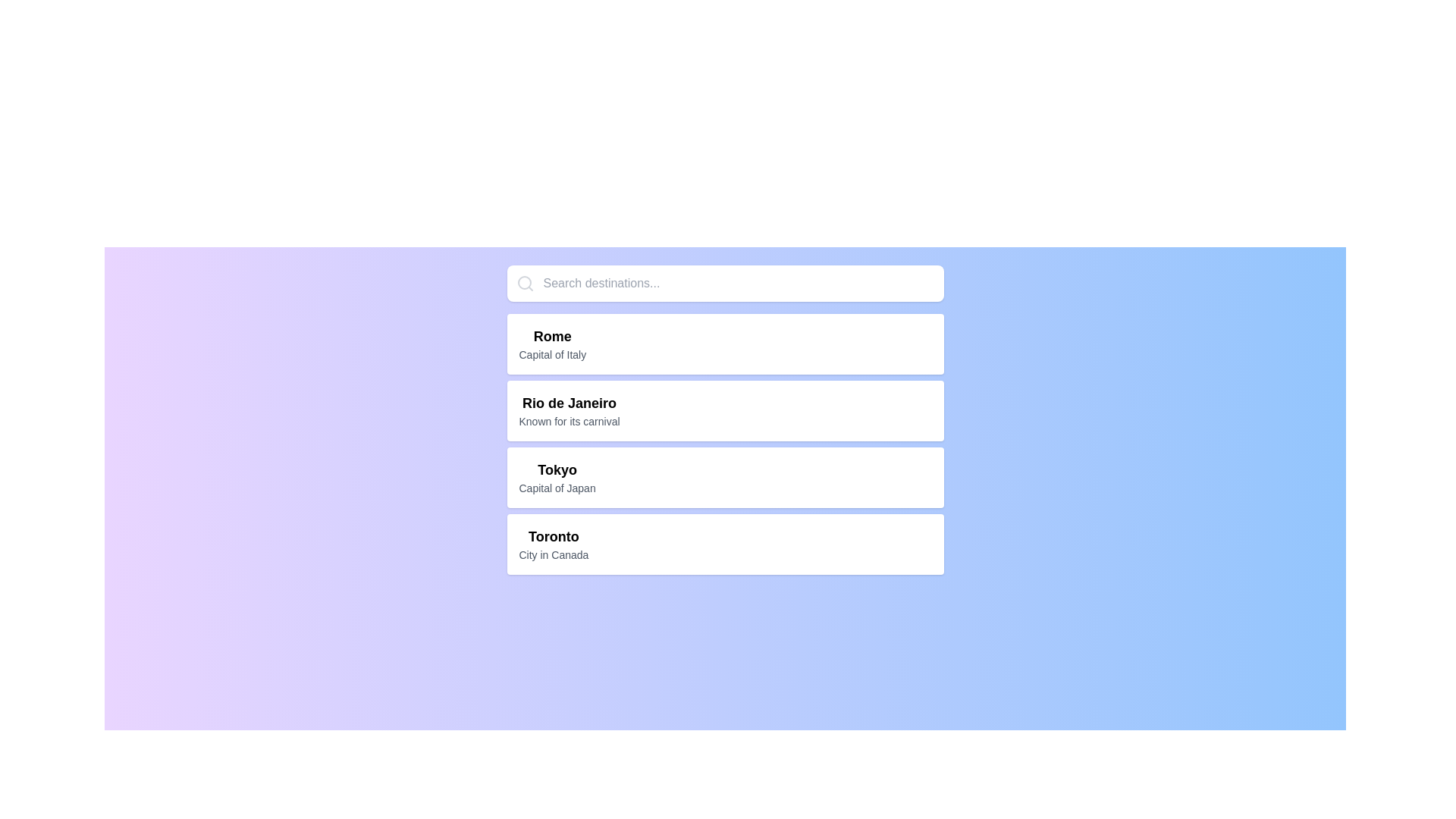  Describe the element at coordinates (569, 421) in the screenshot. I see `the text label providing additional information related to the city 'Rio de Janeiro', which is positioned below the heading of the same city` at that location.